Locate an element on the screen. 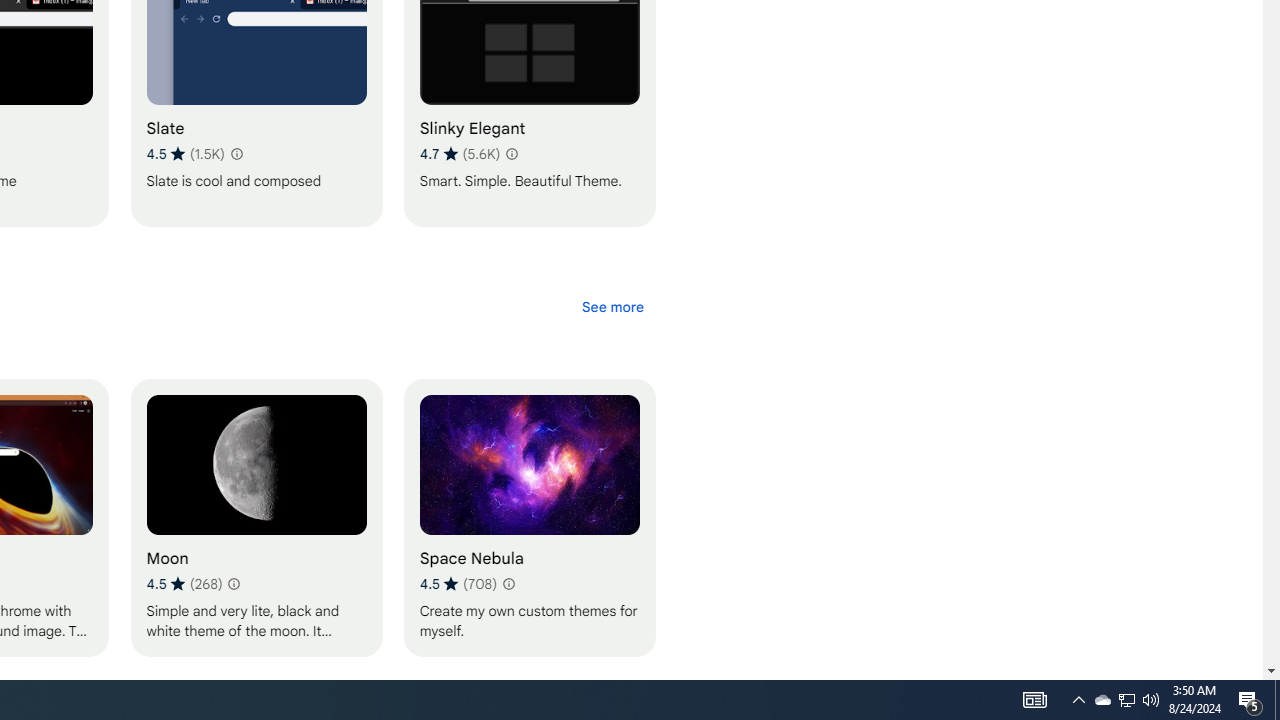  'Average rating 4.5 out of 5 stars. 1.5K ratings.' is located at coordinates (185, 153).